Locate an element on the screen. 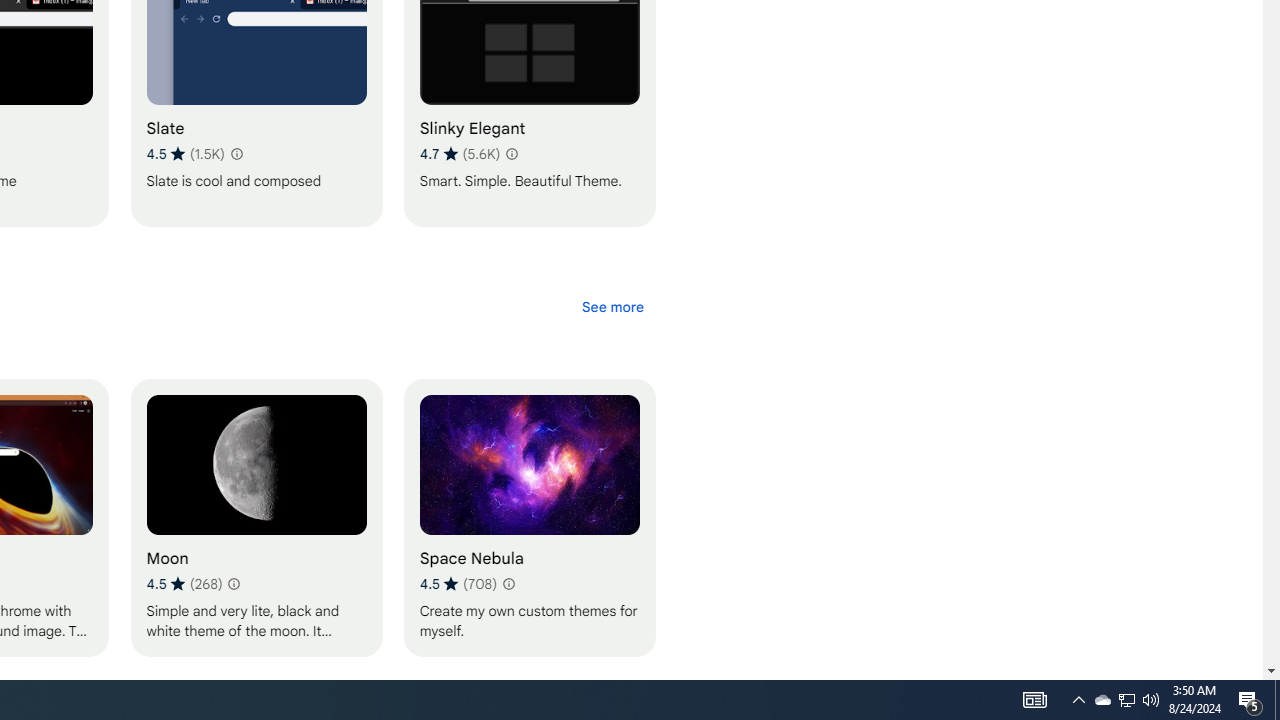  'Average rating 4.5 out of 5 stars. 1.5K ratings.' is located at coordinates (185, 153).